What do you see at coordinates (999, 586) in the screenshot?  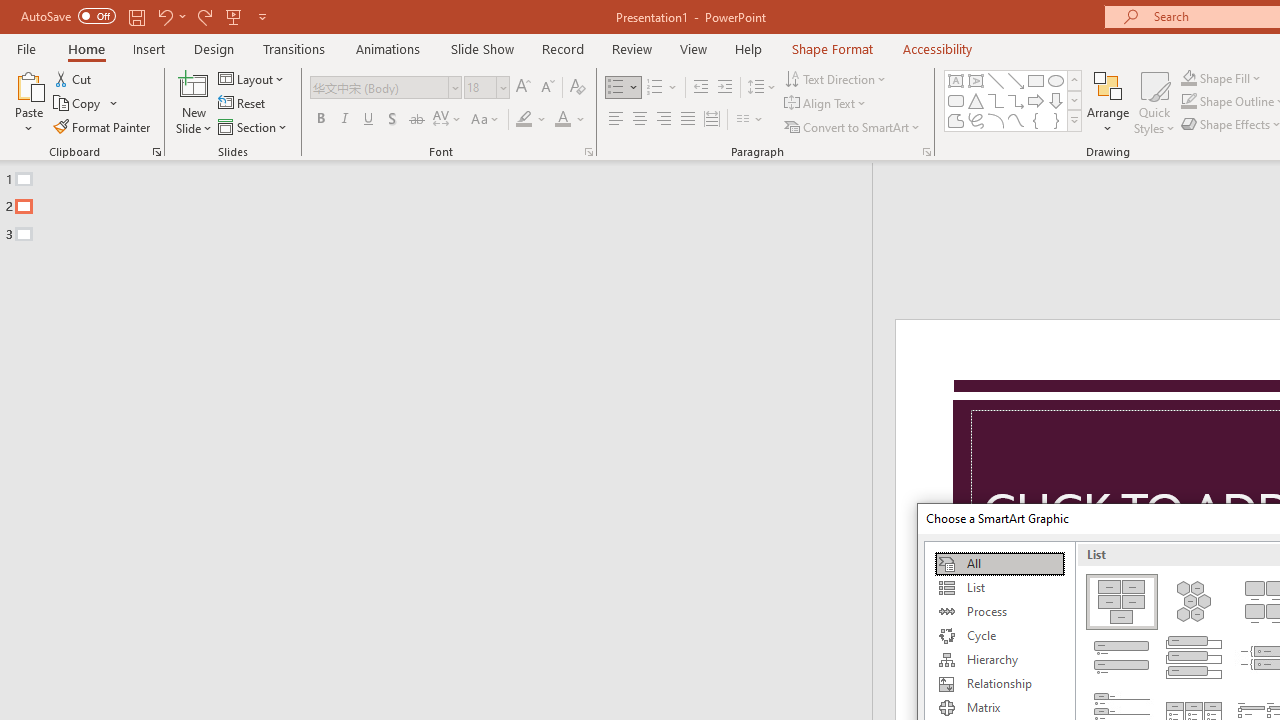 I see `'List'` at bounding box center [999, 586].